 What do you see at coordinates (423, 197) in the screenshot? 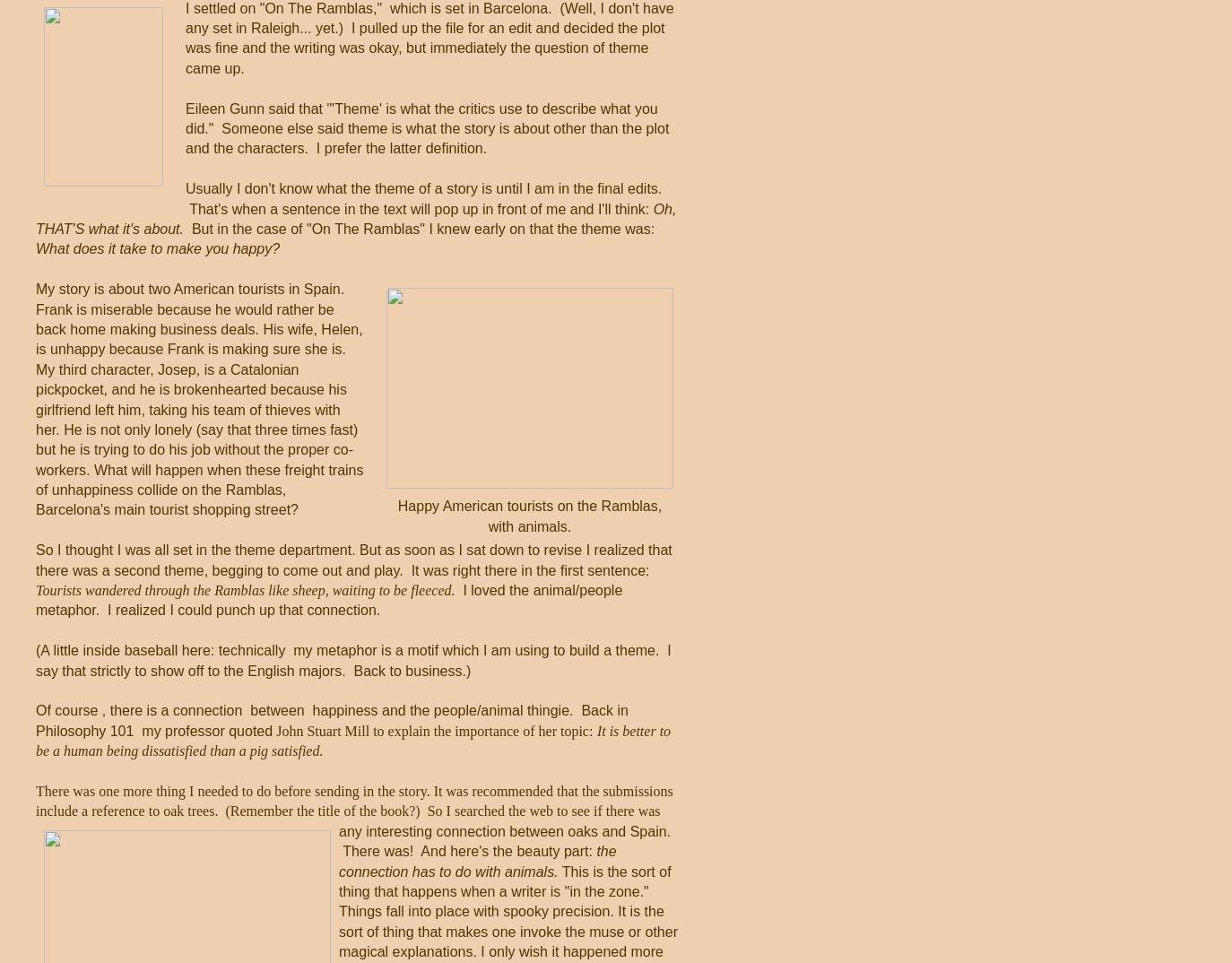
I see `'Usually
I don't know what the theme of a story is until I am in the final
edits.  That's when a sentence in the text will pop up in front of me and I'll think:'` at bounding box center [423, 197].